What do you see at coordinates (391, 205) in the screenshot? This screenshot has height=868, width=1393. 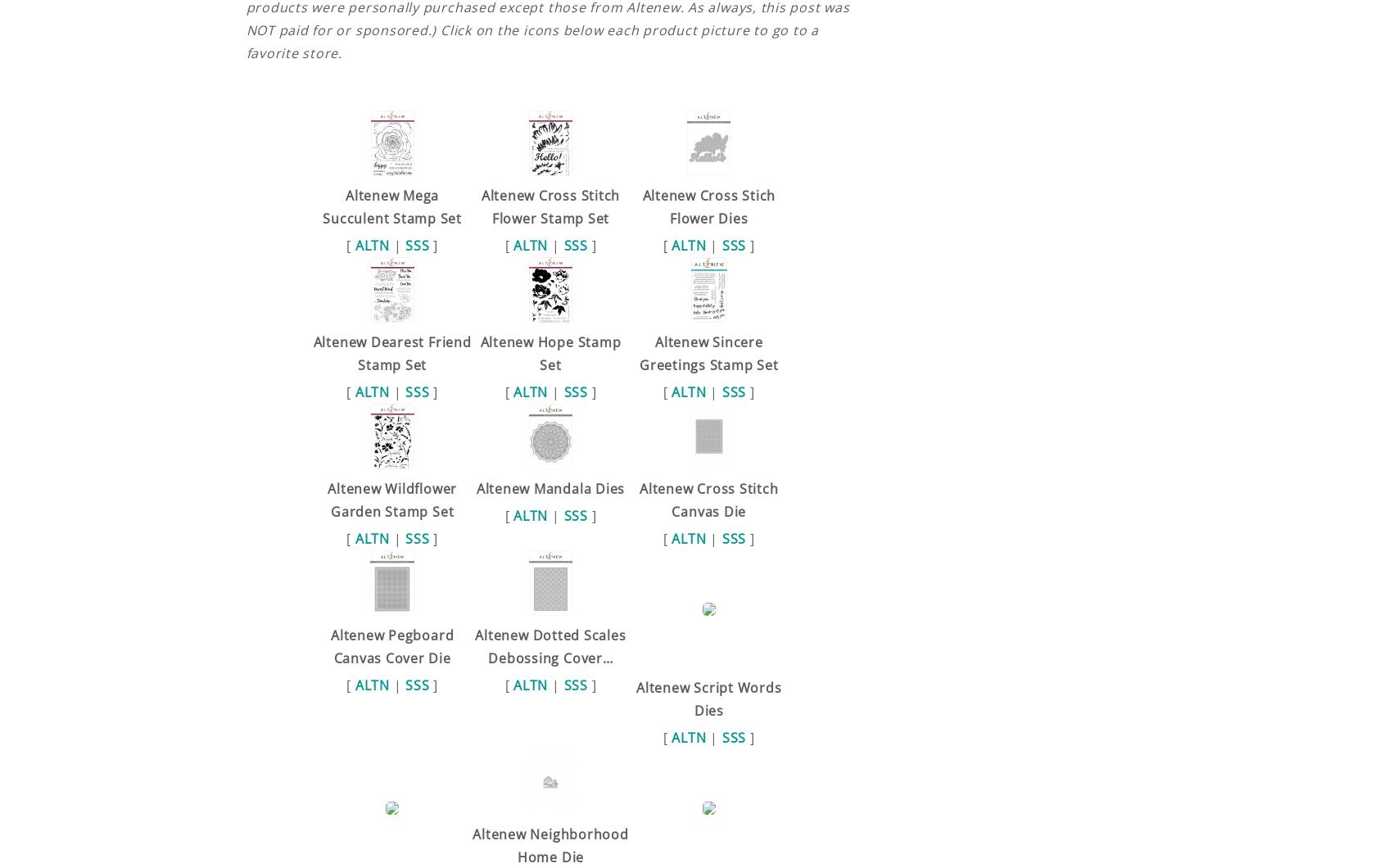 I see `'Altenew Mega Succulent Stamp Set'` at bounding box center [391, 205].